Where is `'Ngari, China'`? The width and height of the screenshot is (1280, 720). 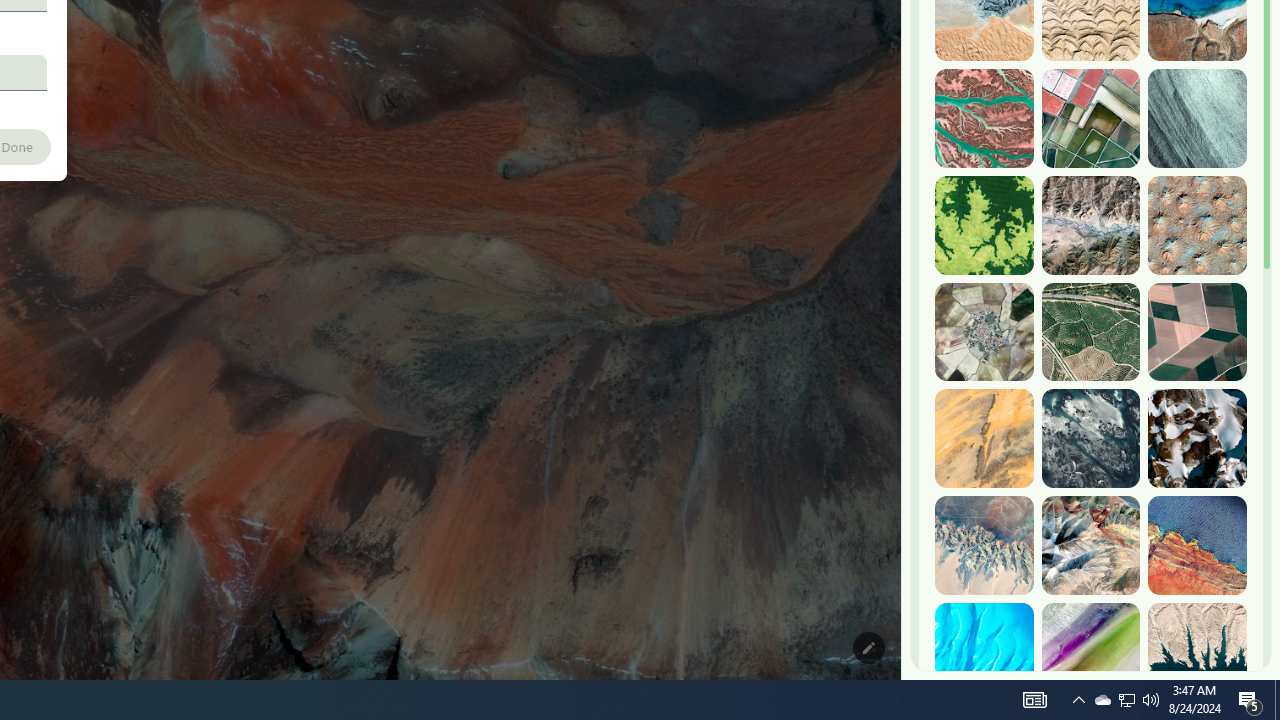
'Ngari, China' is located at coordinates (1089, 545).